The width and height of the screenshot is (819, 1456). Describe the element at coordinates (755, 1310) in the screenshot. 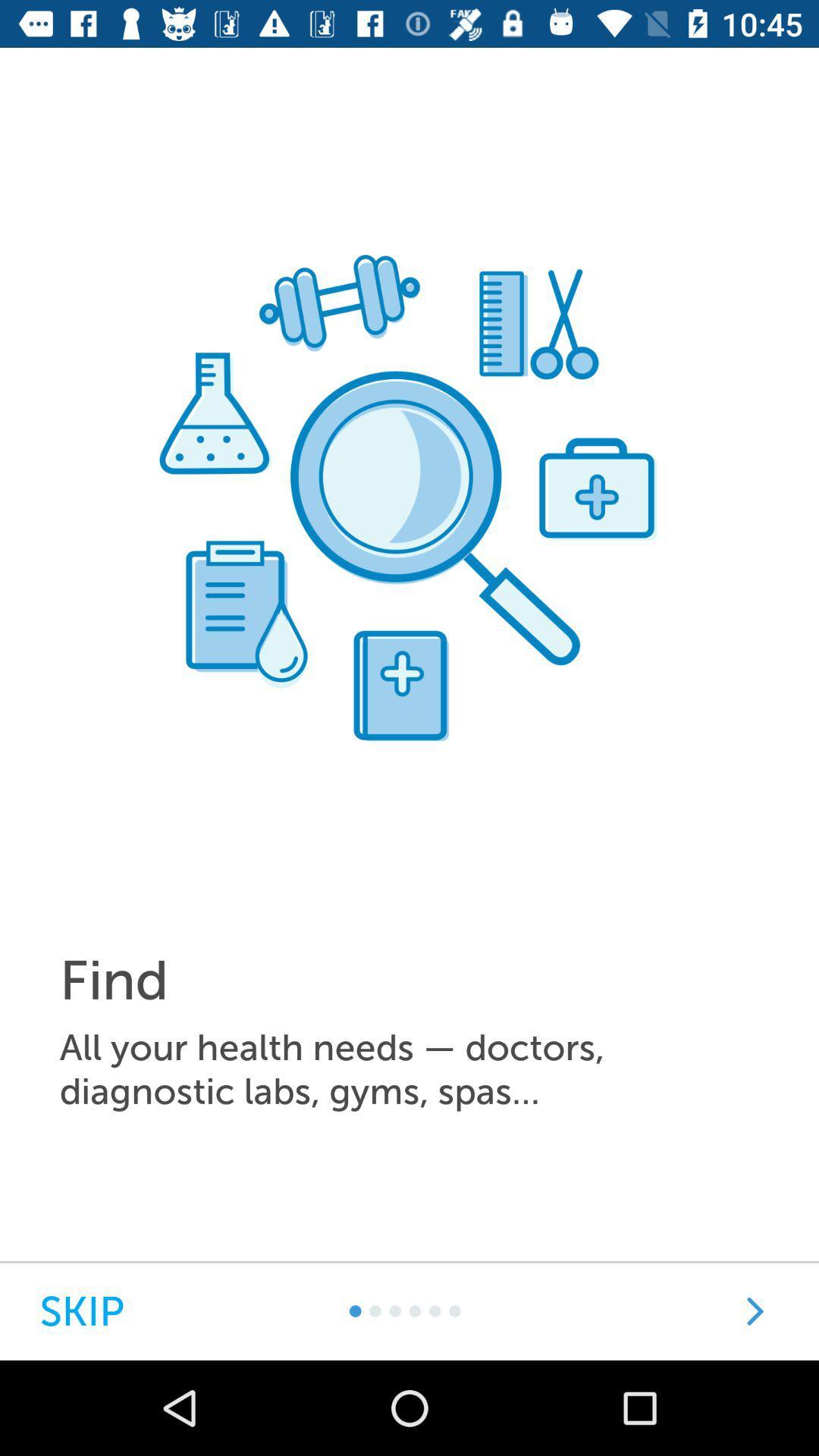

I see `next page to start your search` at that location.